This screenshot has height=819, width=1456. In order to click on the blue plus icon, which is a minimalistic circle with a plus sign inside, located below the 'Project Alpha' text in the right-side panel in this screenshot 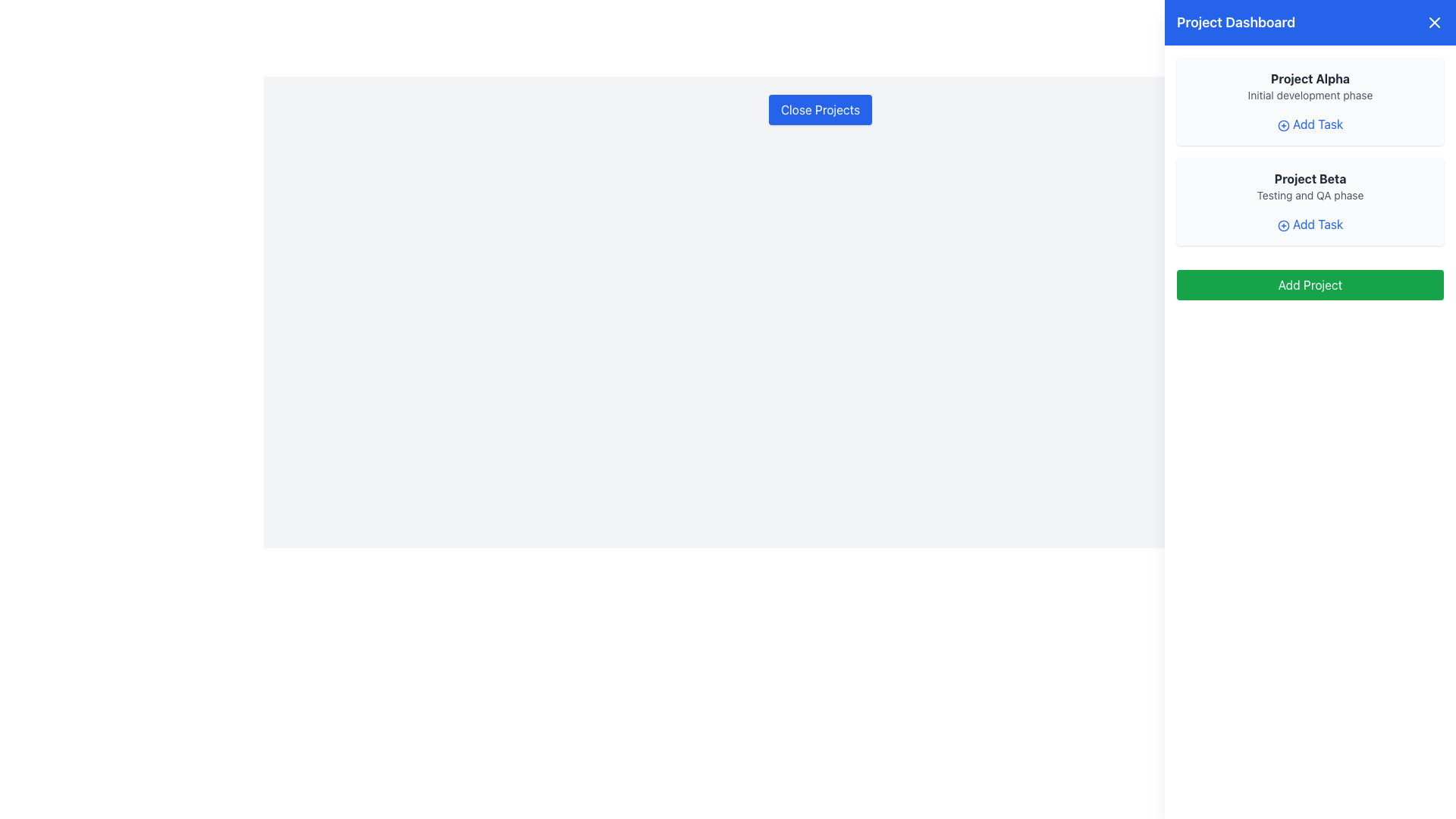, I will do `click(1282, 124)`.